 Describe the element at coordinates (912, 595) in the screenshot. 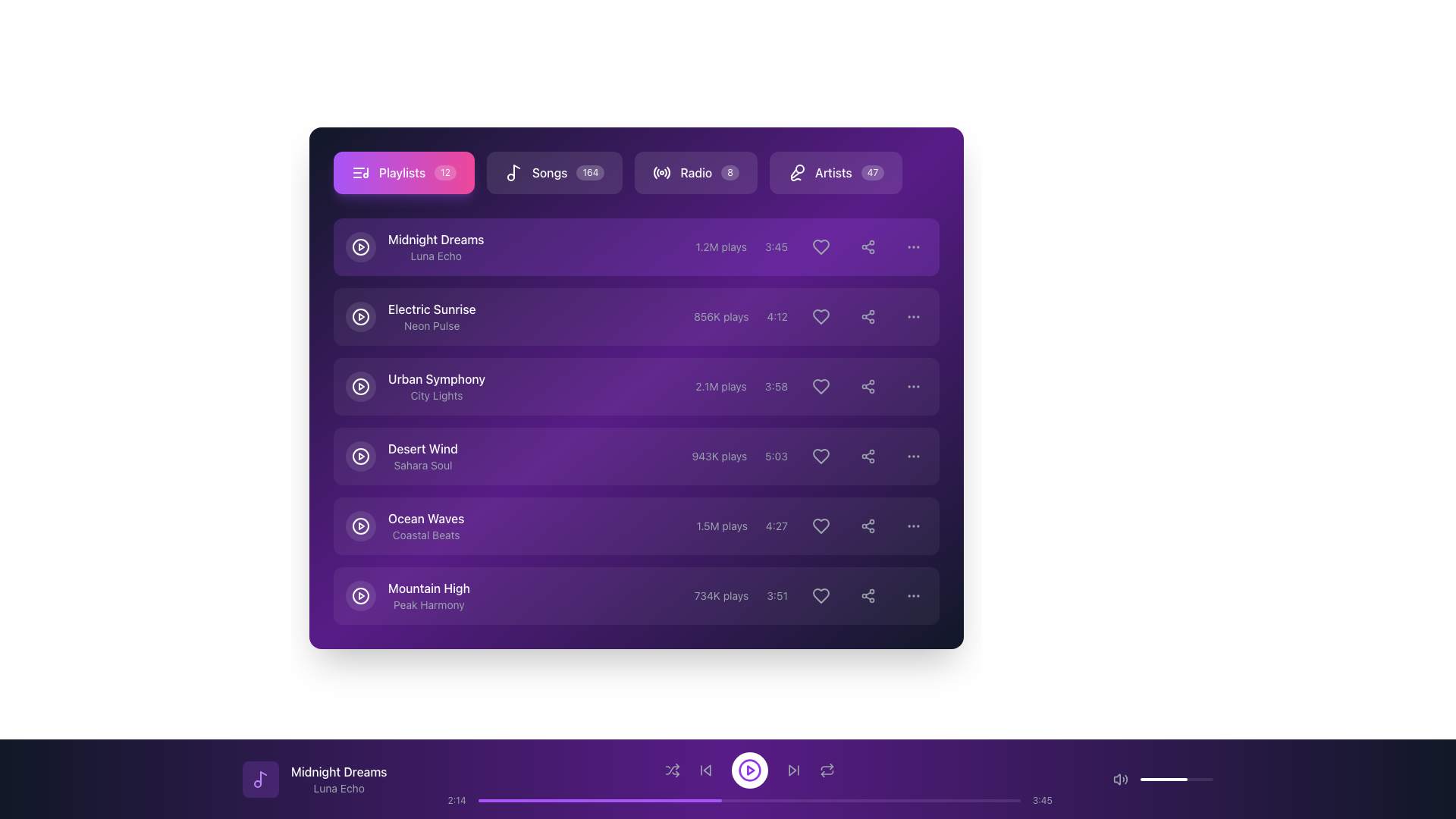

I see `the button located at the far right end of the row labeled 'Mountain High' to customize options` at that location.